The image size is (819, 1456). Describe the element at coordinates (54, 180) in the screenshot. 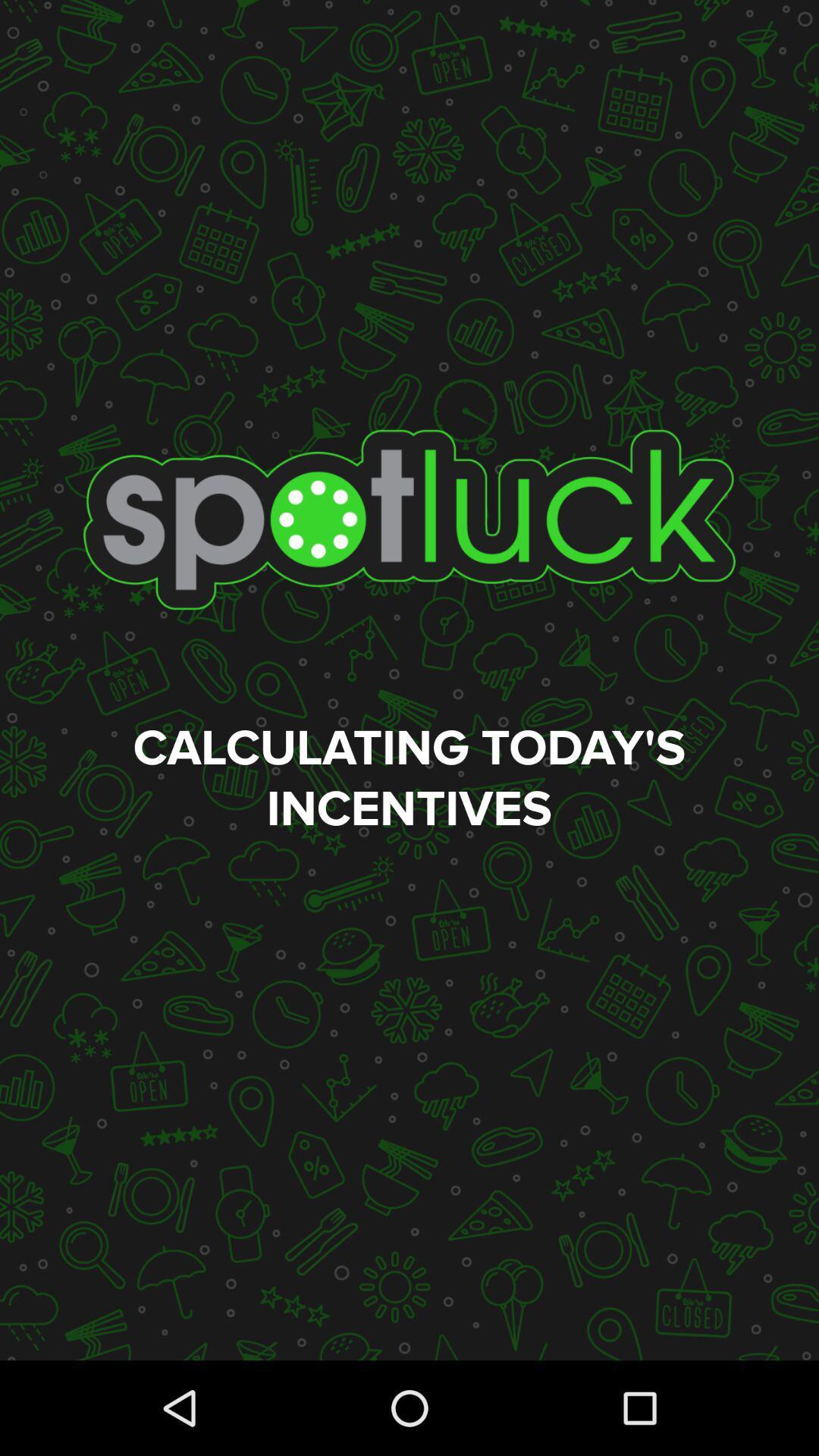

I see `the add icon` at that location.